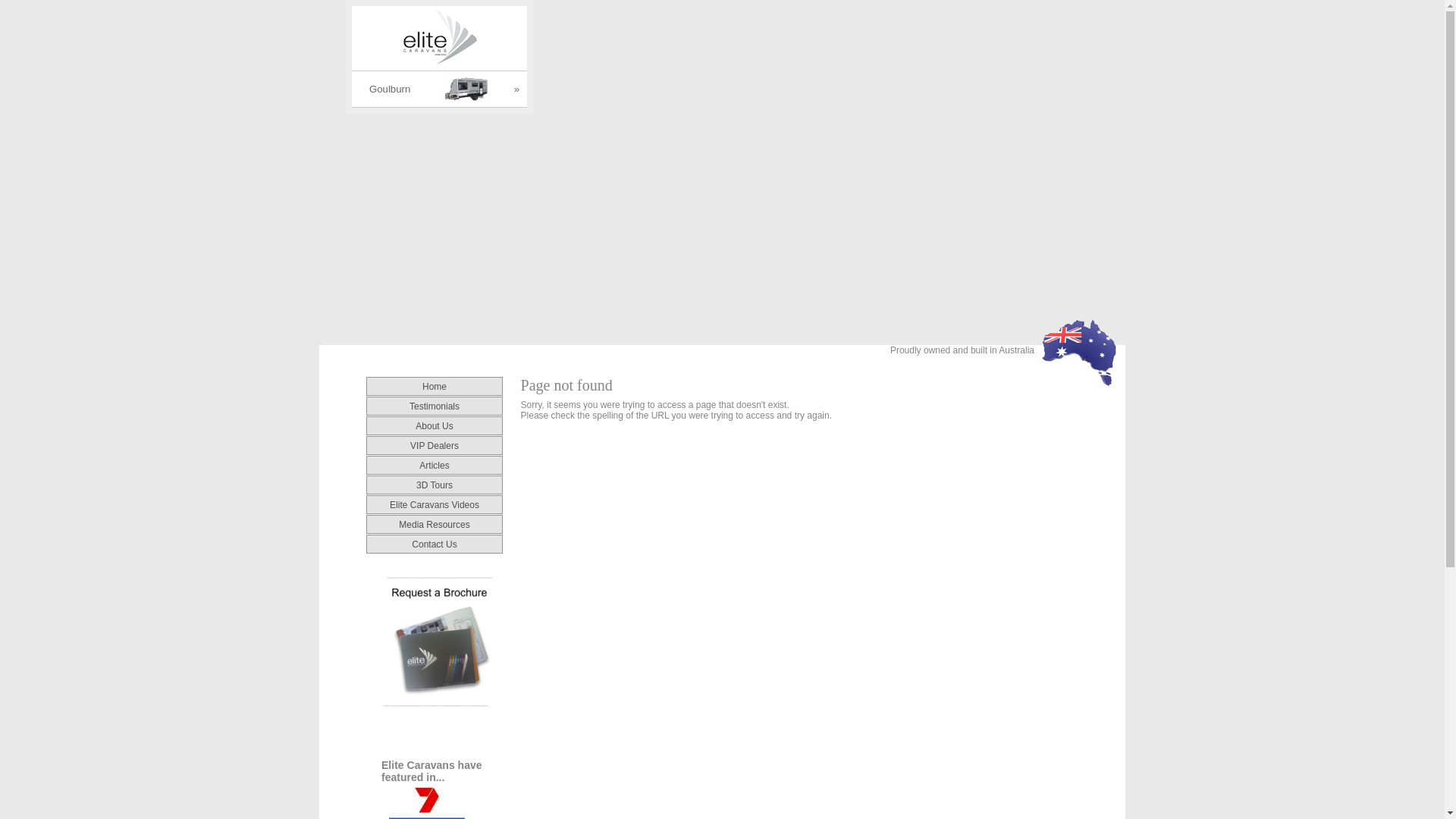 The width and height of the screenshot is (1456, 819). What do you see at coordinates (389, 504) in the screenshot?
I see `'Elite Caravans Videos'` at bounding box center [389, 504].